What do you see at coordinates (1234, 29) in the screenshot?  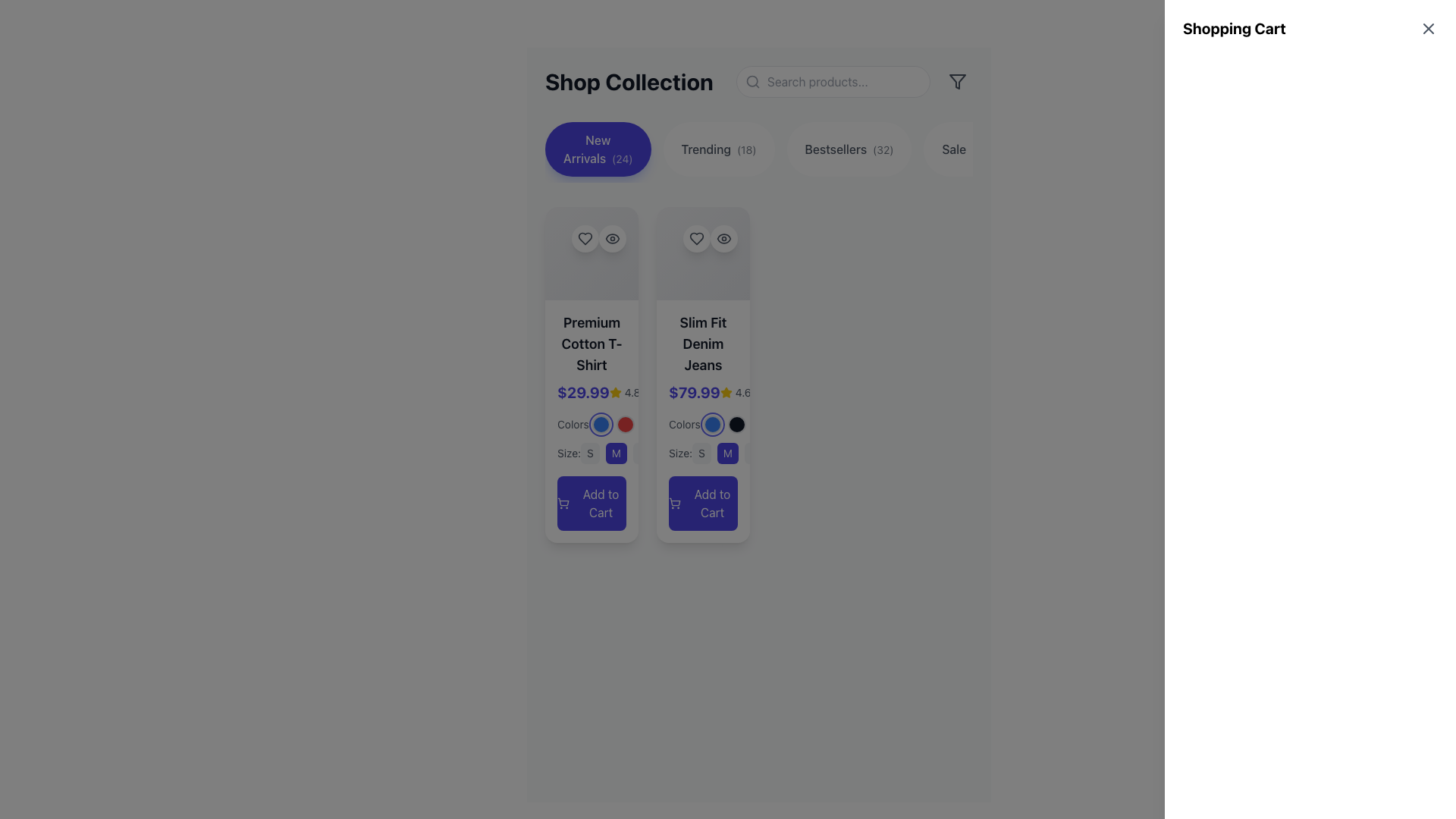 I see `the 'Shopping Cart' text label, which is a bold and oversized heading located in the top right corner of the interface` at bounding box center [1234, 29].